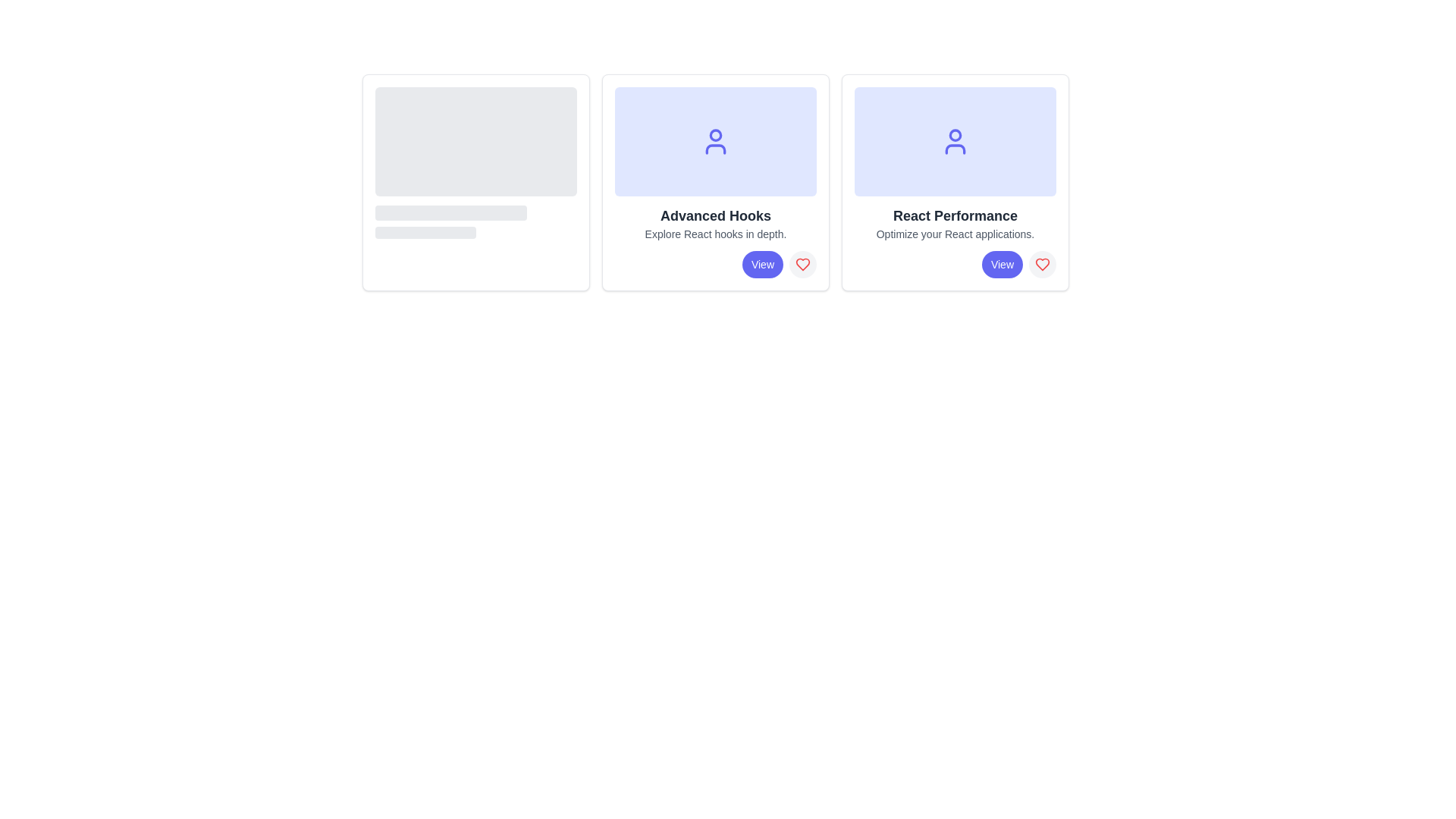 Image resolution: width=1456 pixels, height=819 pixels. I want to click on the favorite button located at the bottom-right region of the 'Advanced Hooks' card, so click(802, 263).